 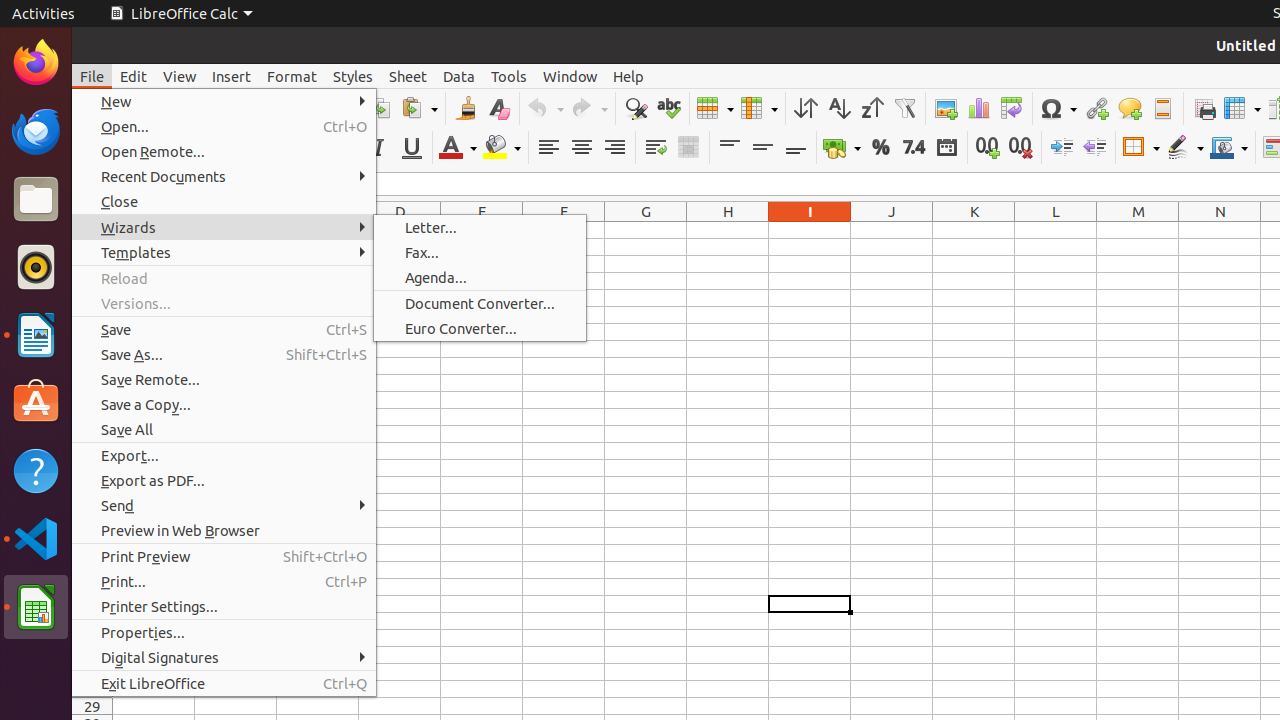 What do you see at coordinates (871, 108) in the screenshot?
I see `'Sort Descending'` at bounding box center [871, 108].